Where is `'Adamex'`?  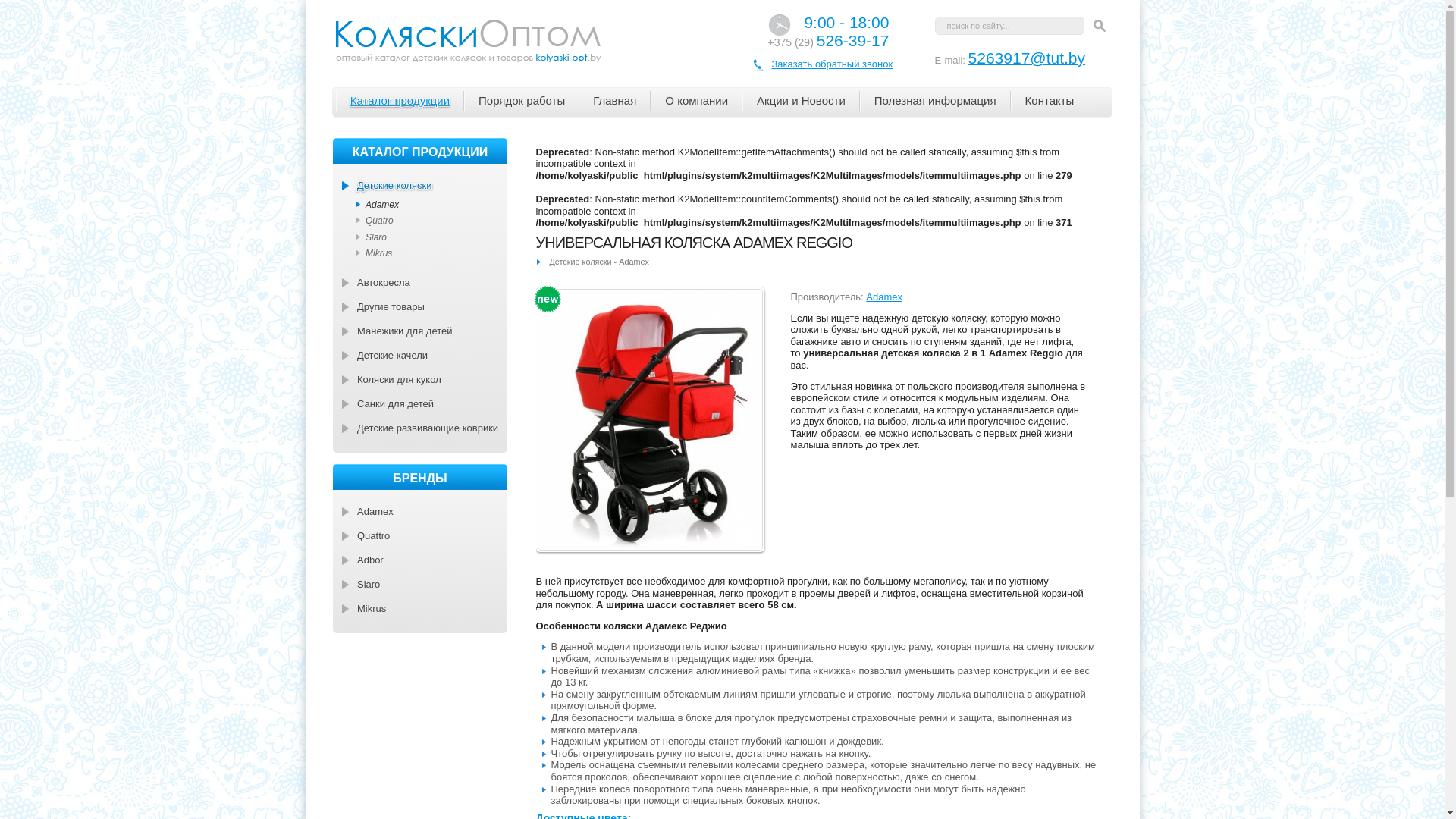 'Adamex' is located at coordinates (433, 205).